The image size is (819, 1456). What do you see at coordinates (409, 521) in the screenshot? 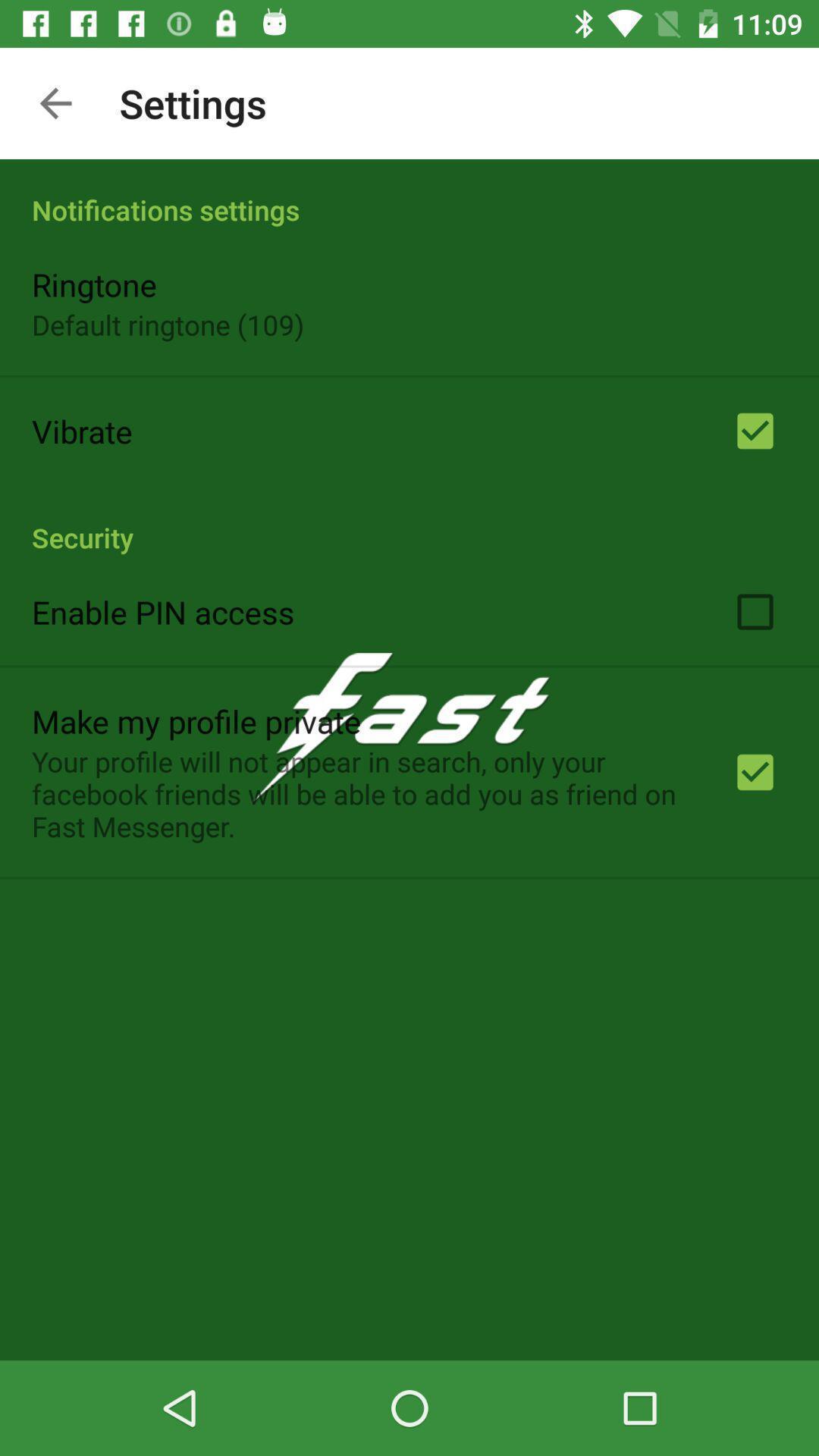
I see `the security app` at bounding box center [409, 521].